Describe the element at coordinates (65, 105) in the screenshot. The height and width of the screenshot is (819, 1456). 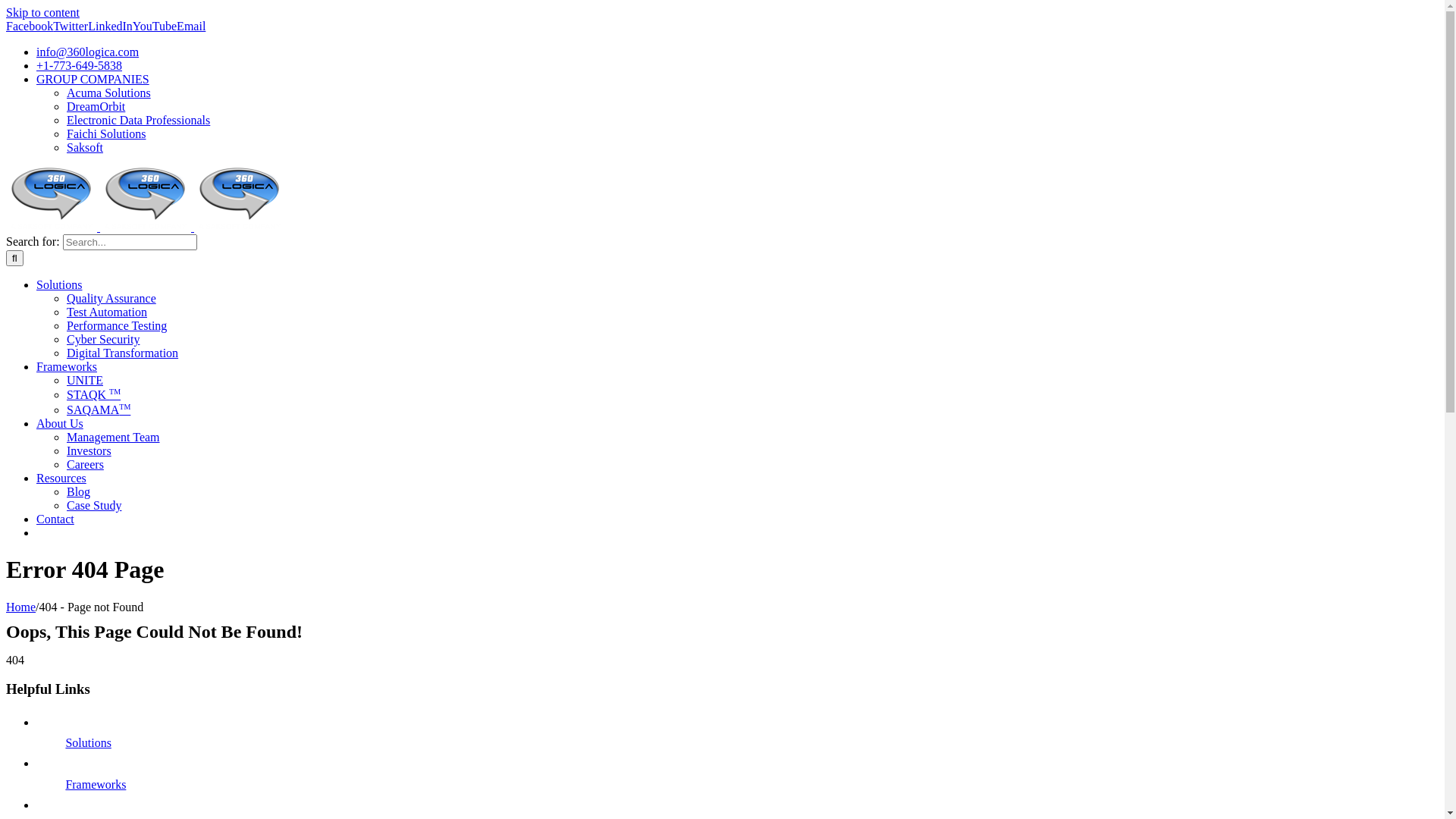
I see `'DreamOrbit'` at that location.